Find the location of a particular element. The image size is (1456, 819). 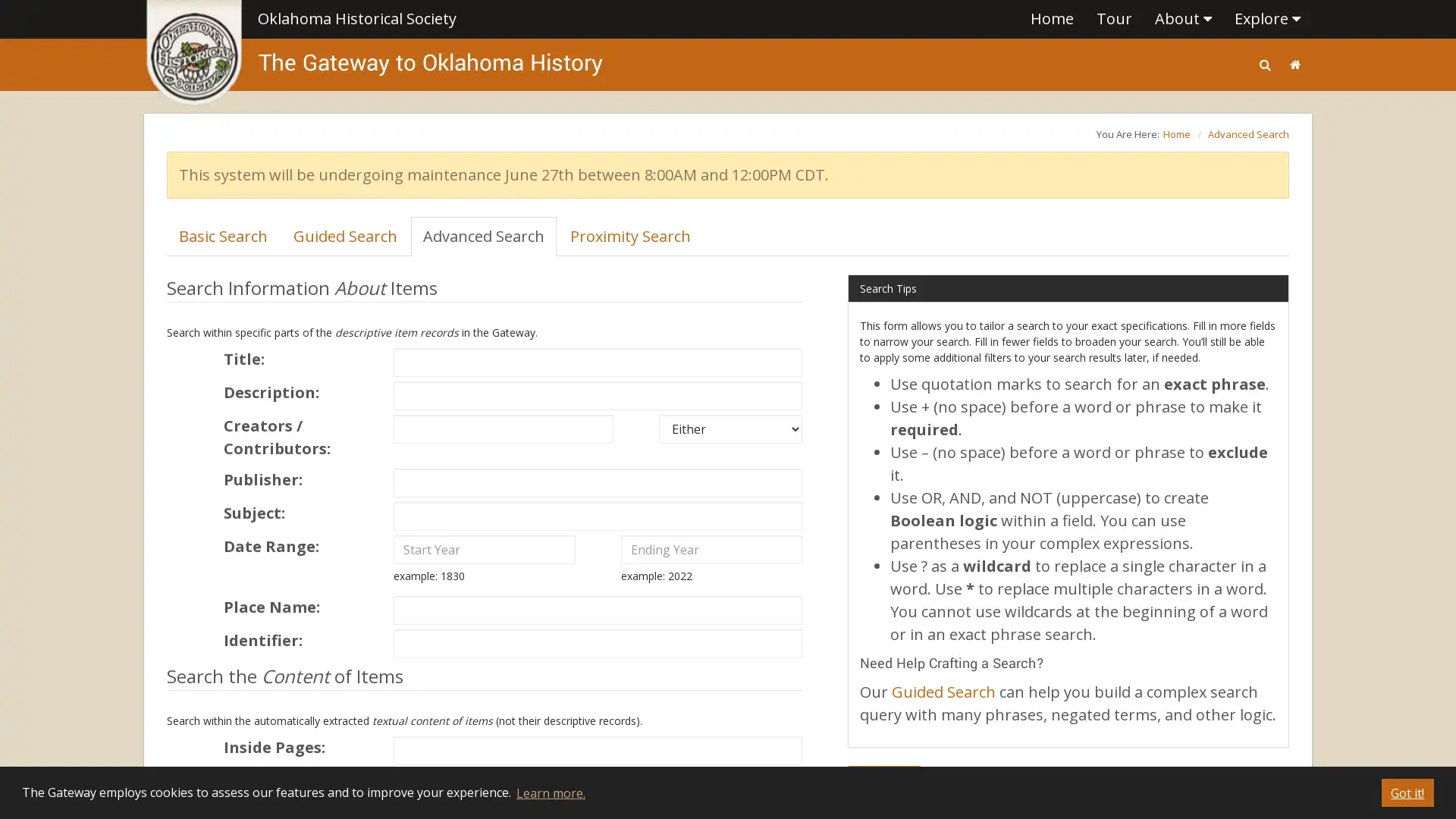

Search is located at coordinates (884, 780).